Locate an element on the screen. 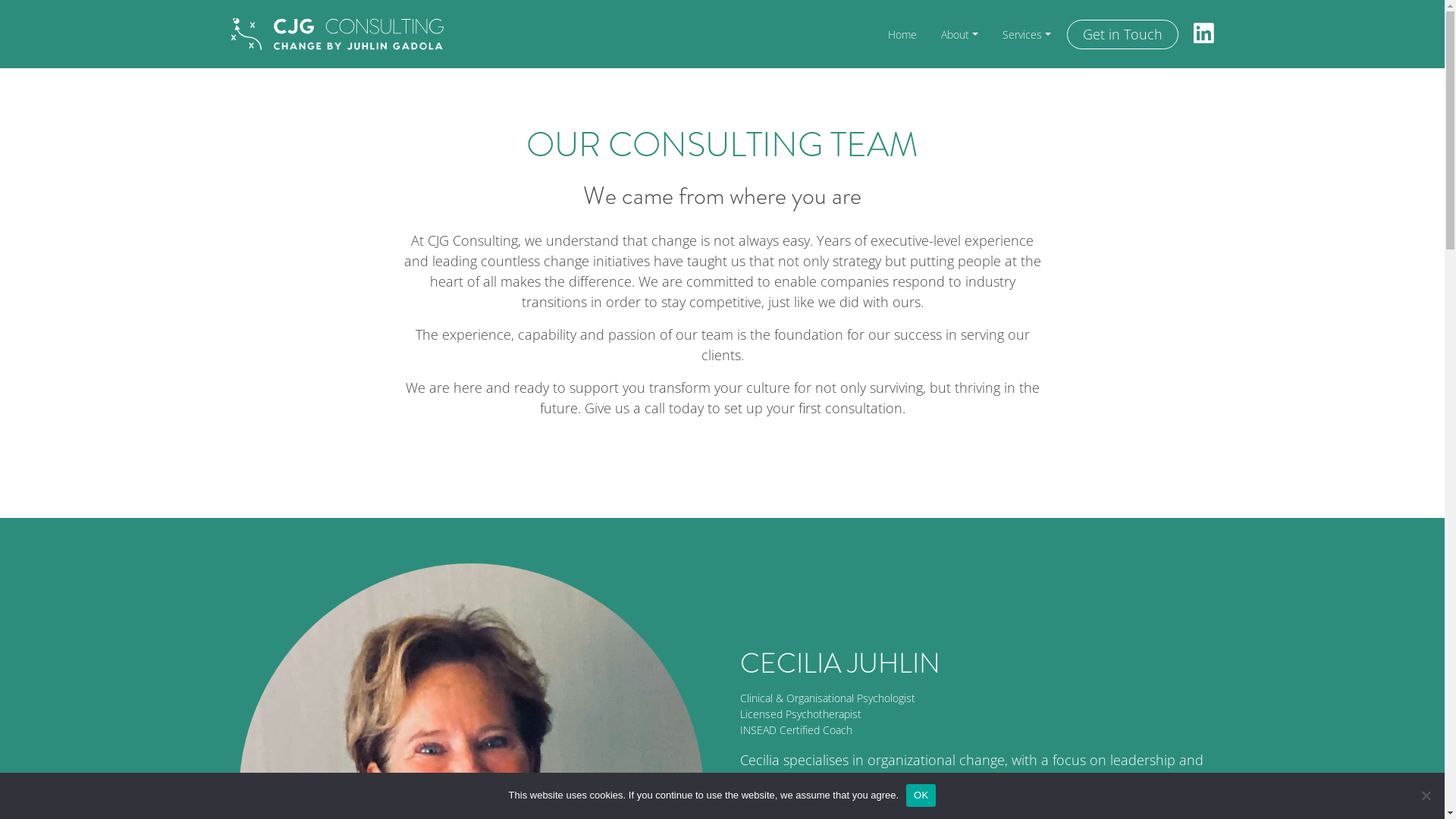 Image resolution: width=1456 pixels, height=819 pixels. 'About' is located at coordinates (959, 34).